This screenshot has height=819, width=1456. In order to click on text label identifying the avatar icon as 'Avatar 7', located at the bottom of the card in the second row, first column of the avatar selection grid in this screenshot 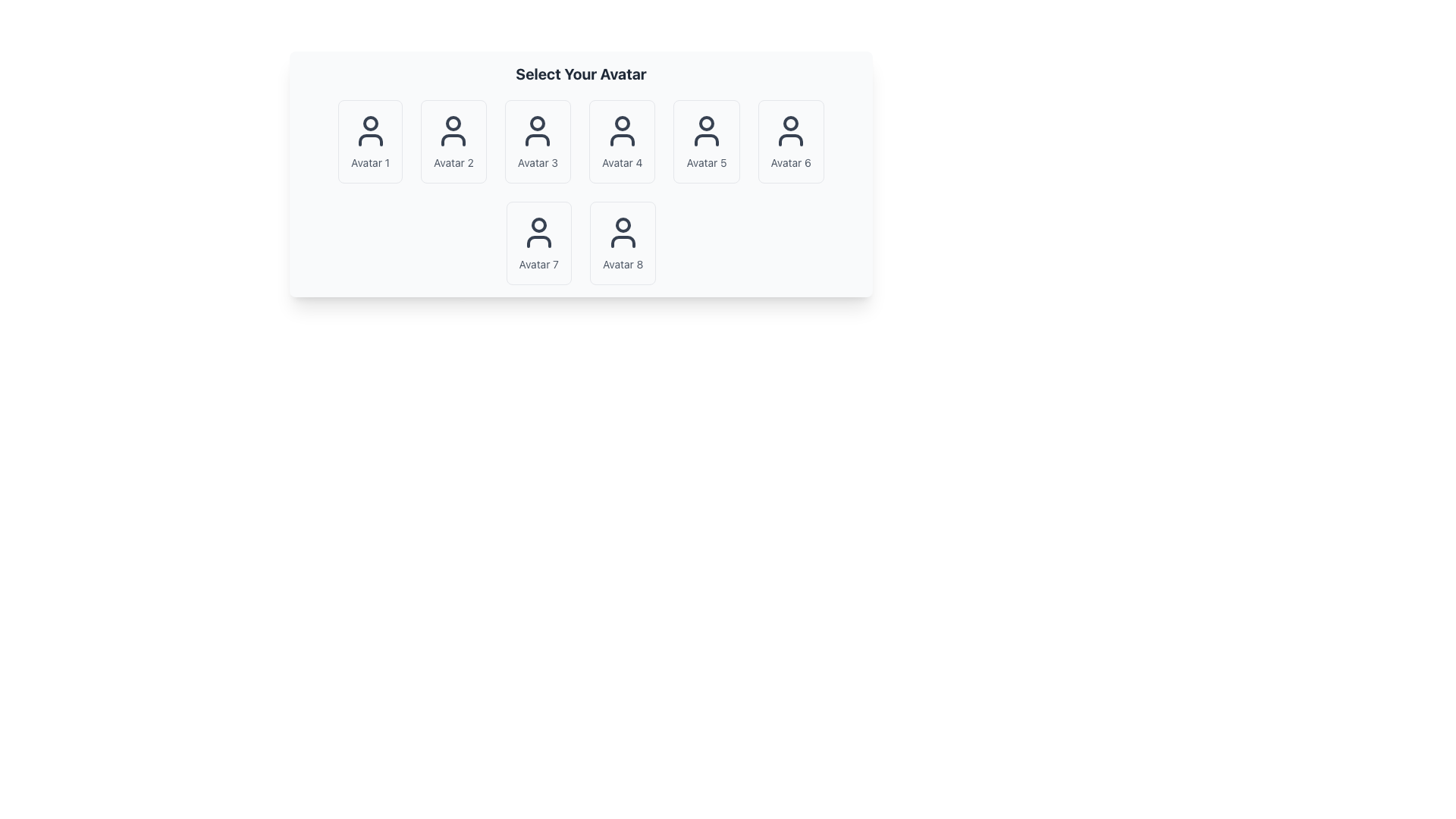, I will do `click(538, 263)`.